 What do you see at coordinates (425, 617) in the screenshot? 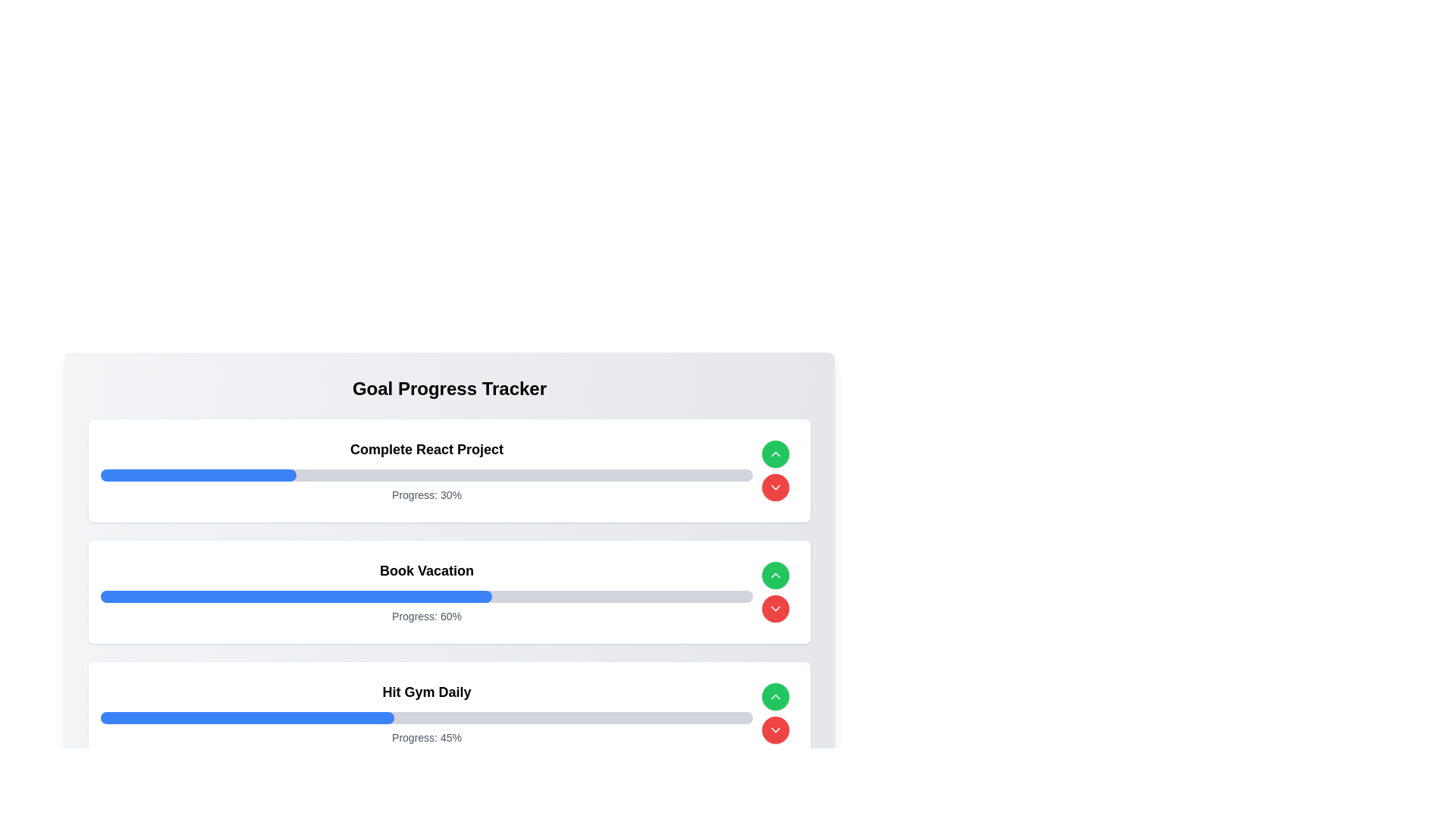
I see `the text label displaying 'Progress: 60%' which is styled in a small, gray font and located below the horizontal progress bar and the text 'Book Vacation'` at bounding box center [425, 617].